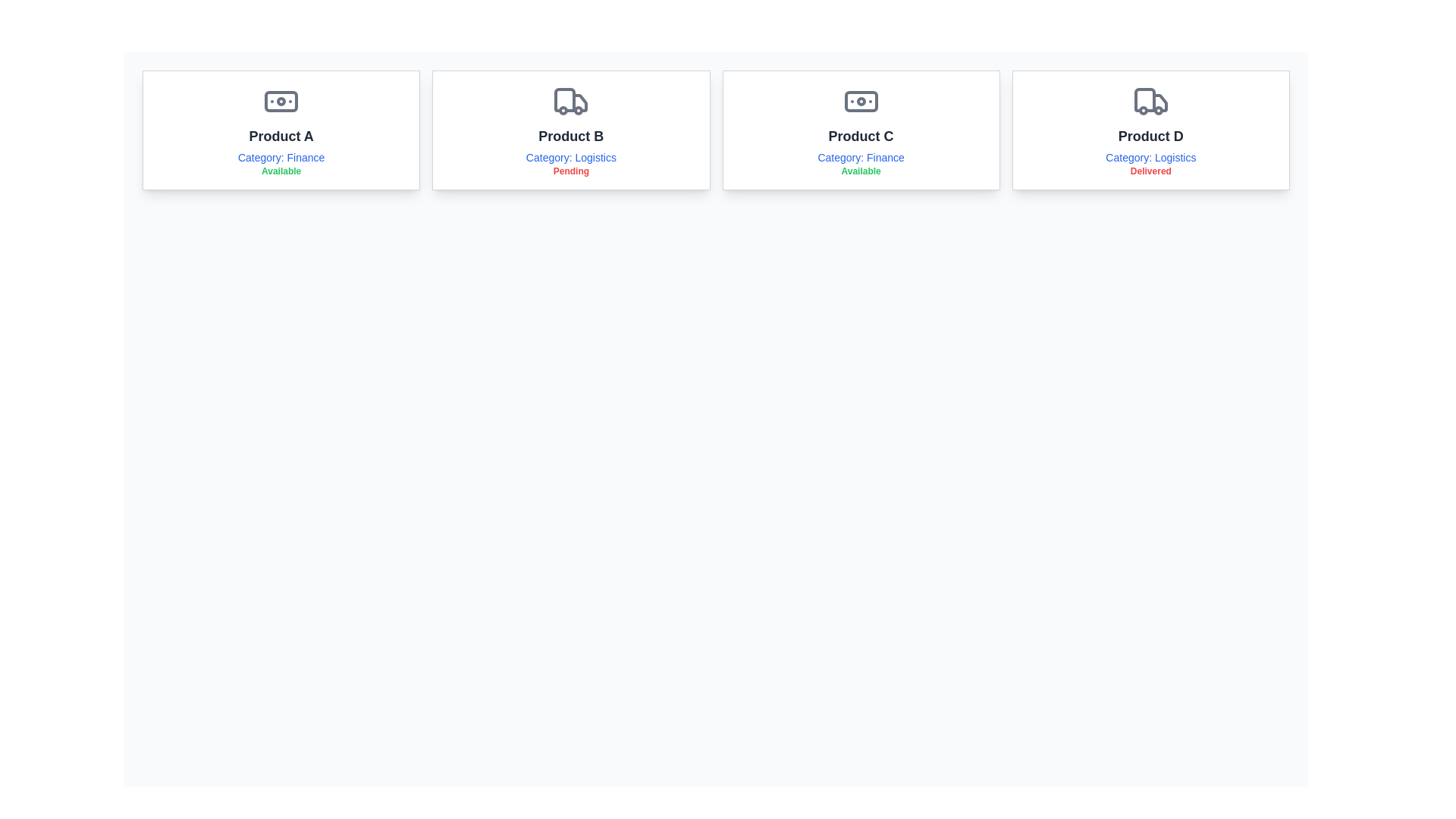 The width and height of the screenshot is (1456, 819). What do you see at coordinates (1150, 102) in the screenshot?
I see `the 'Logistics' icon for 'Product D,' which is located at the top-center of the card, providing a graphical cue for the product's type` at bounding box center [1150, 102].